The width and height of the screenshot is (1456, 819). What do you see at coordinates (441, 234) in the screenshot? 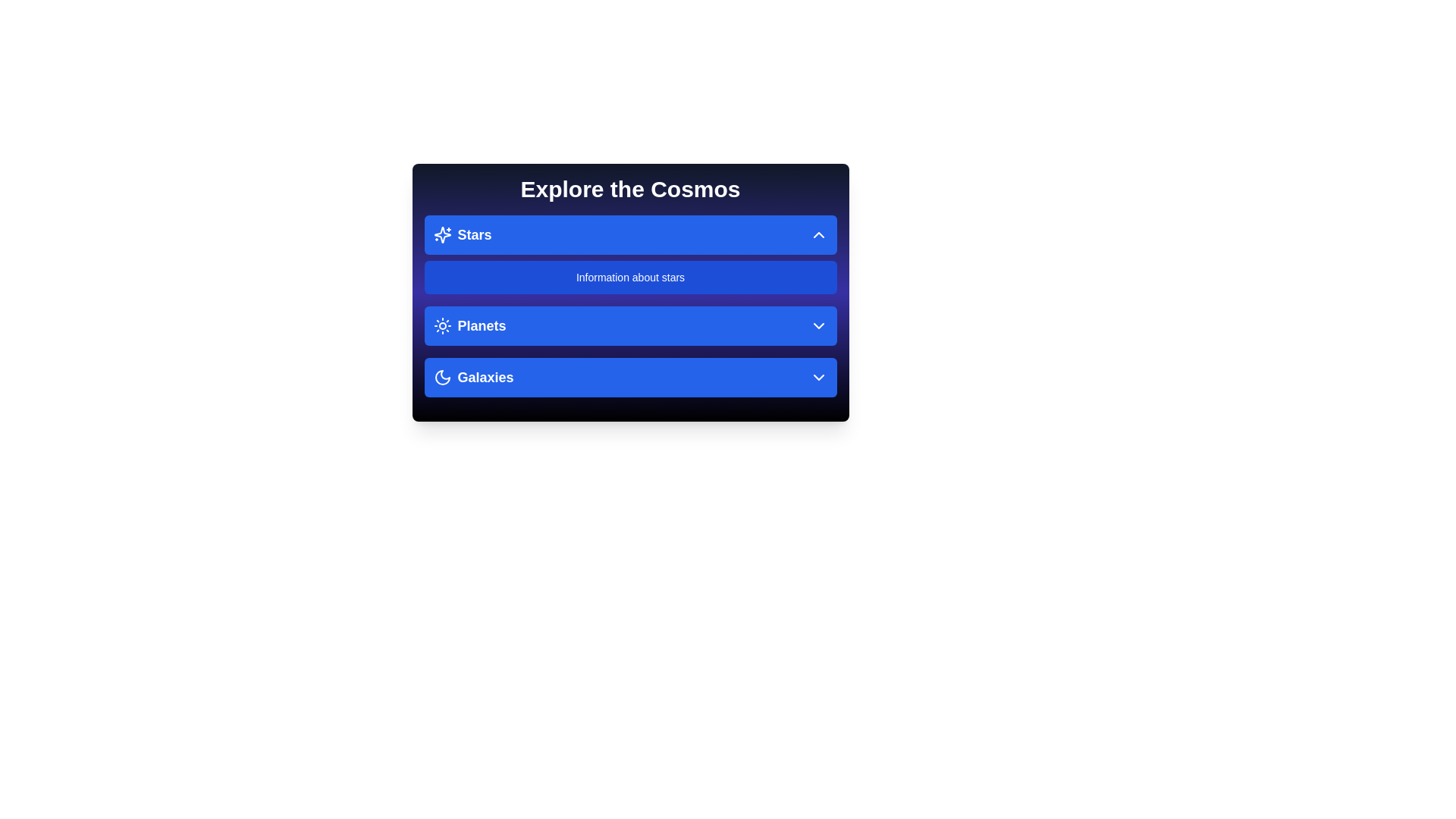
I see `the icon of the celestial category to view its representation` at bounding box center [441, 234].